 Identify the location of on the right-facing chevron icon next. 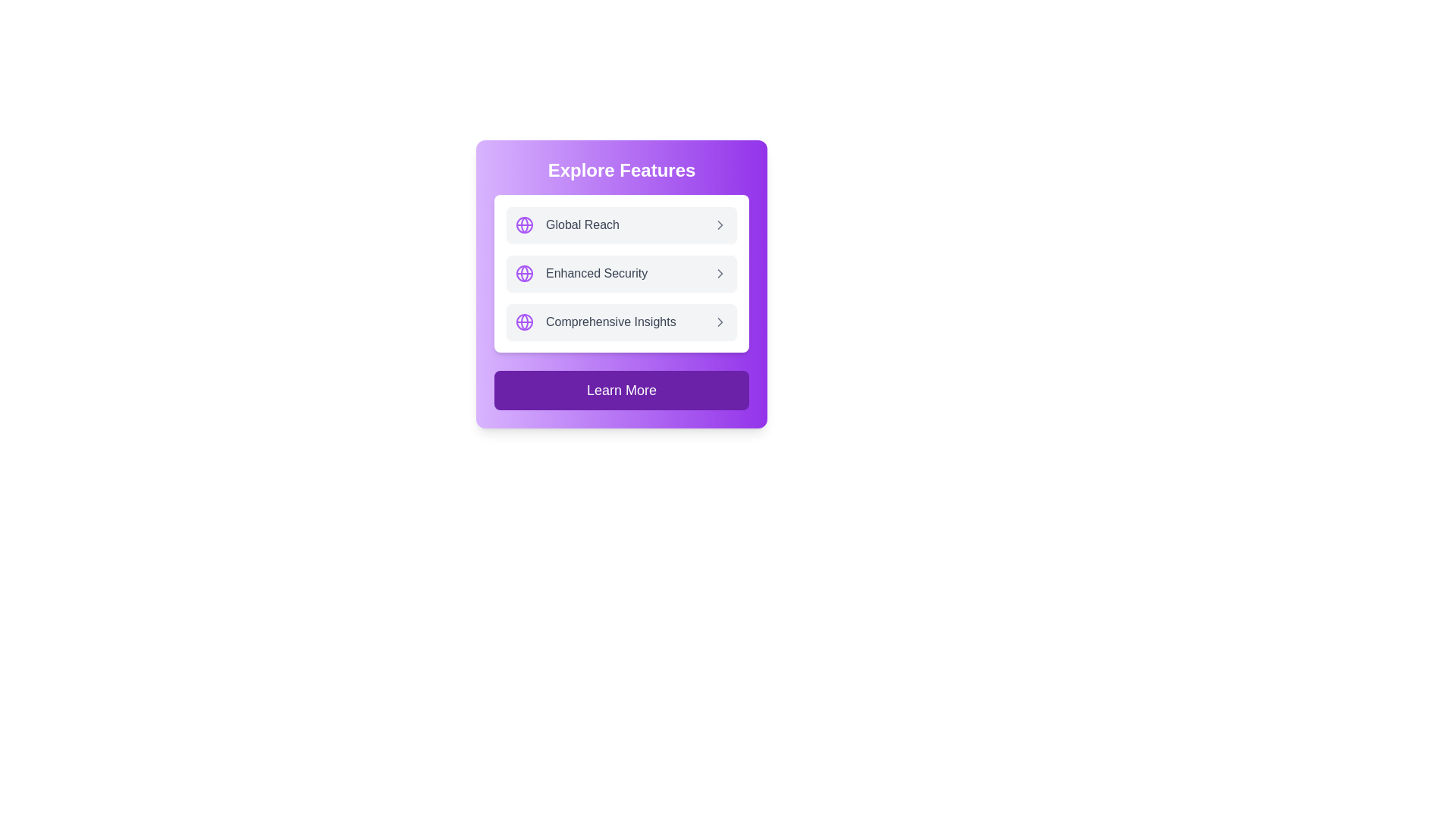
(720, 225).